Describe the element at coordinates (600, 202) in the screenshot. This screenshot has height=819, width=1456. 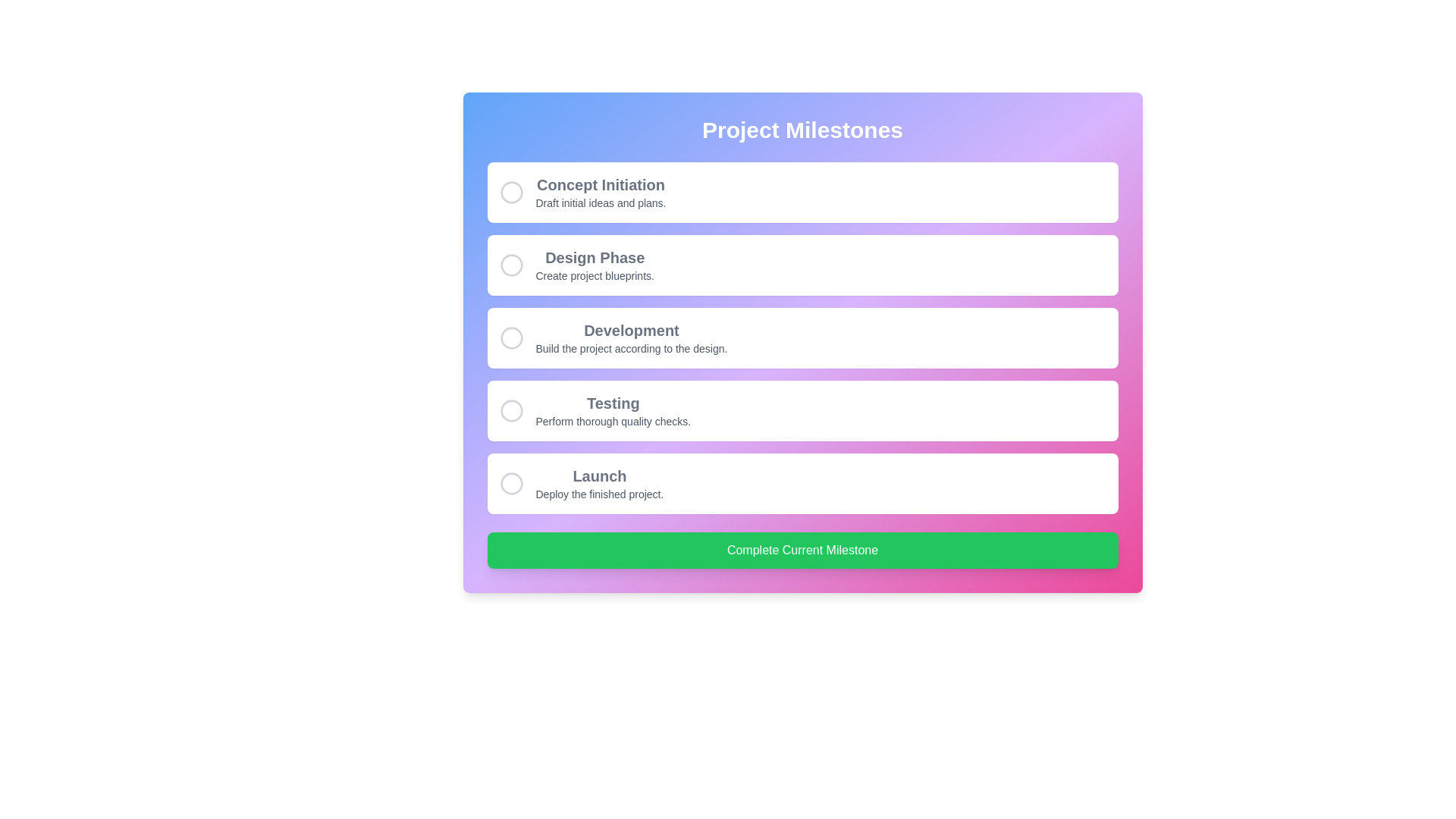
I see `the text element that reads 'Draft initial ideas and plans.', which is styled in a small, gray font and located directly beneath the 'Concept Initiation' heading` at that location.